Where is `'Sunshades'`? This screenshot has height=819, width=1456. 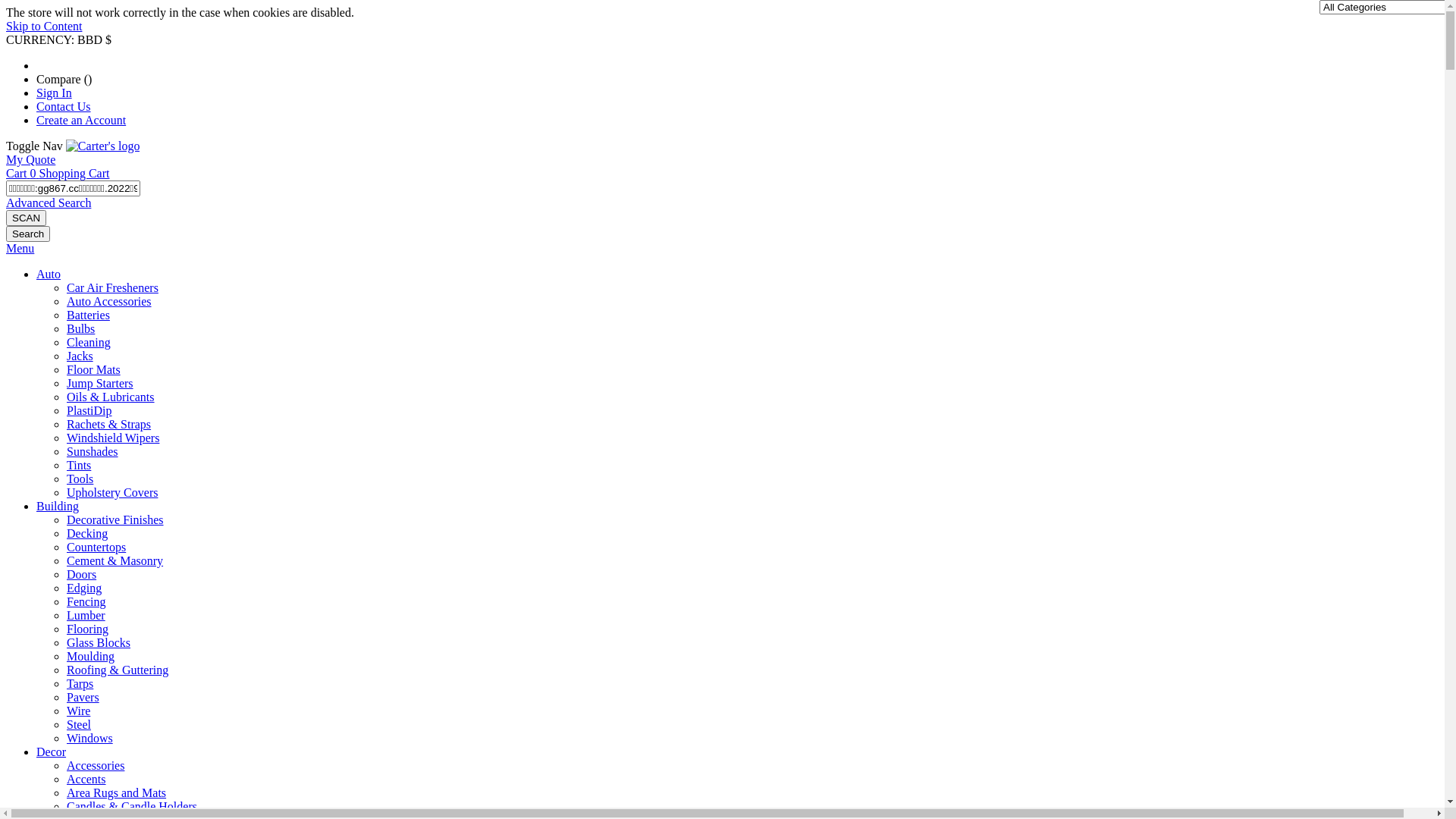 'Sunshades' is located at coordinates (91, 450).